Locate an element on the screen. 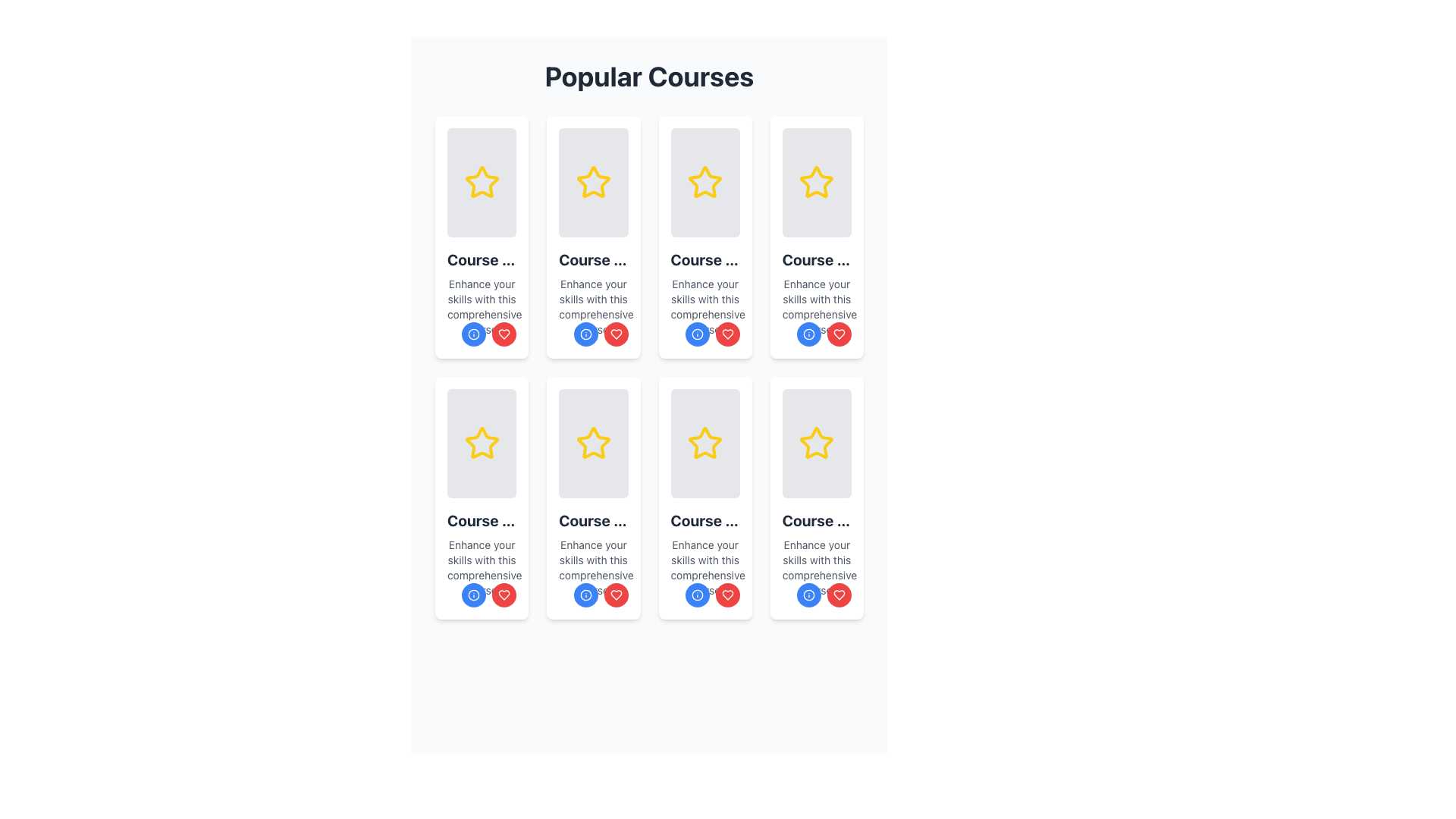  the circular blue button with a white border and information icon located at the bottom-right corner of the course card is located at coordinates (585, 595).